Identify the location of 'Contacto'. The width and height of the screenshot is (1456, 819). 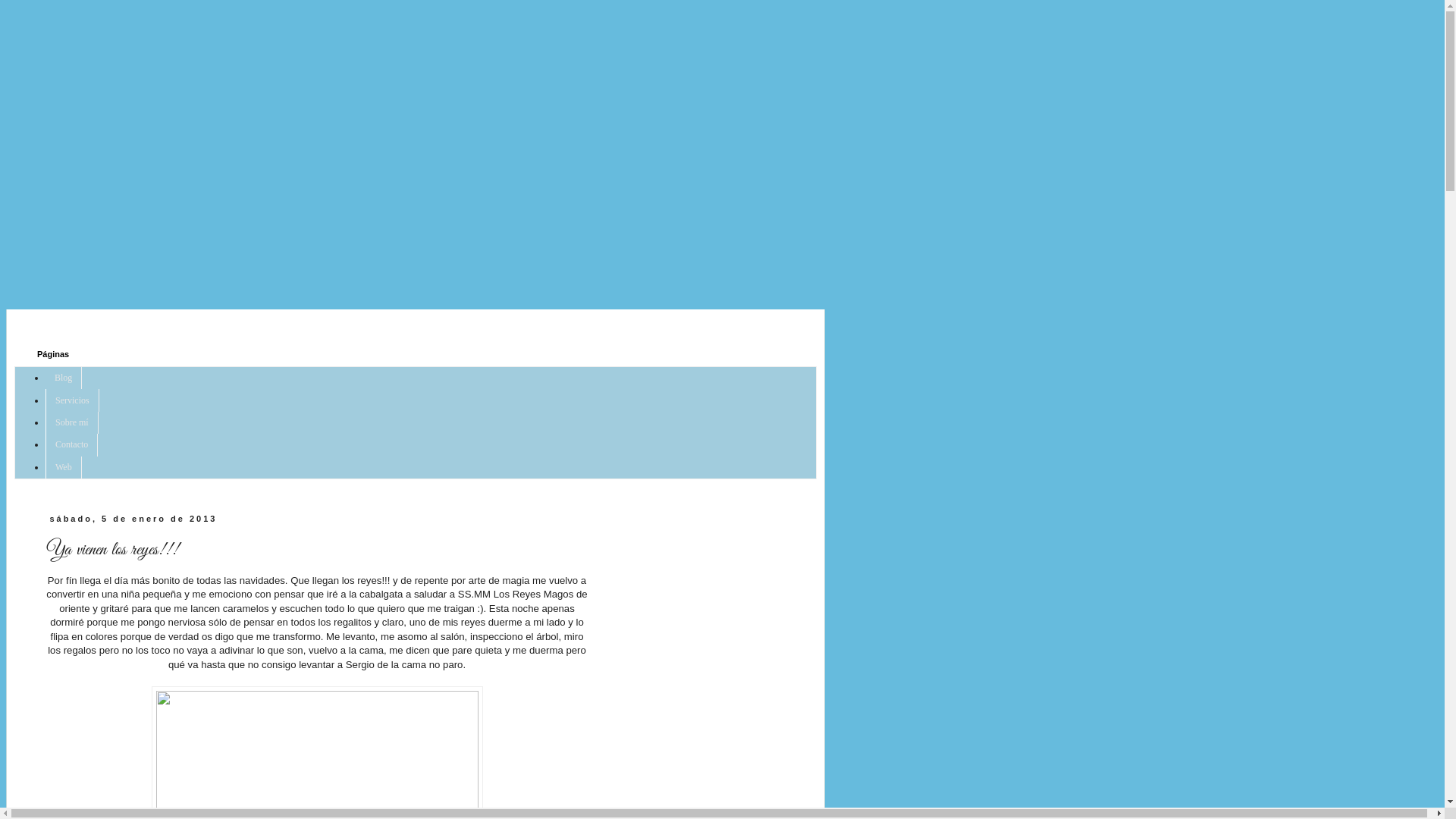
(71, 444).